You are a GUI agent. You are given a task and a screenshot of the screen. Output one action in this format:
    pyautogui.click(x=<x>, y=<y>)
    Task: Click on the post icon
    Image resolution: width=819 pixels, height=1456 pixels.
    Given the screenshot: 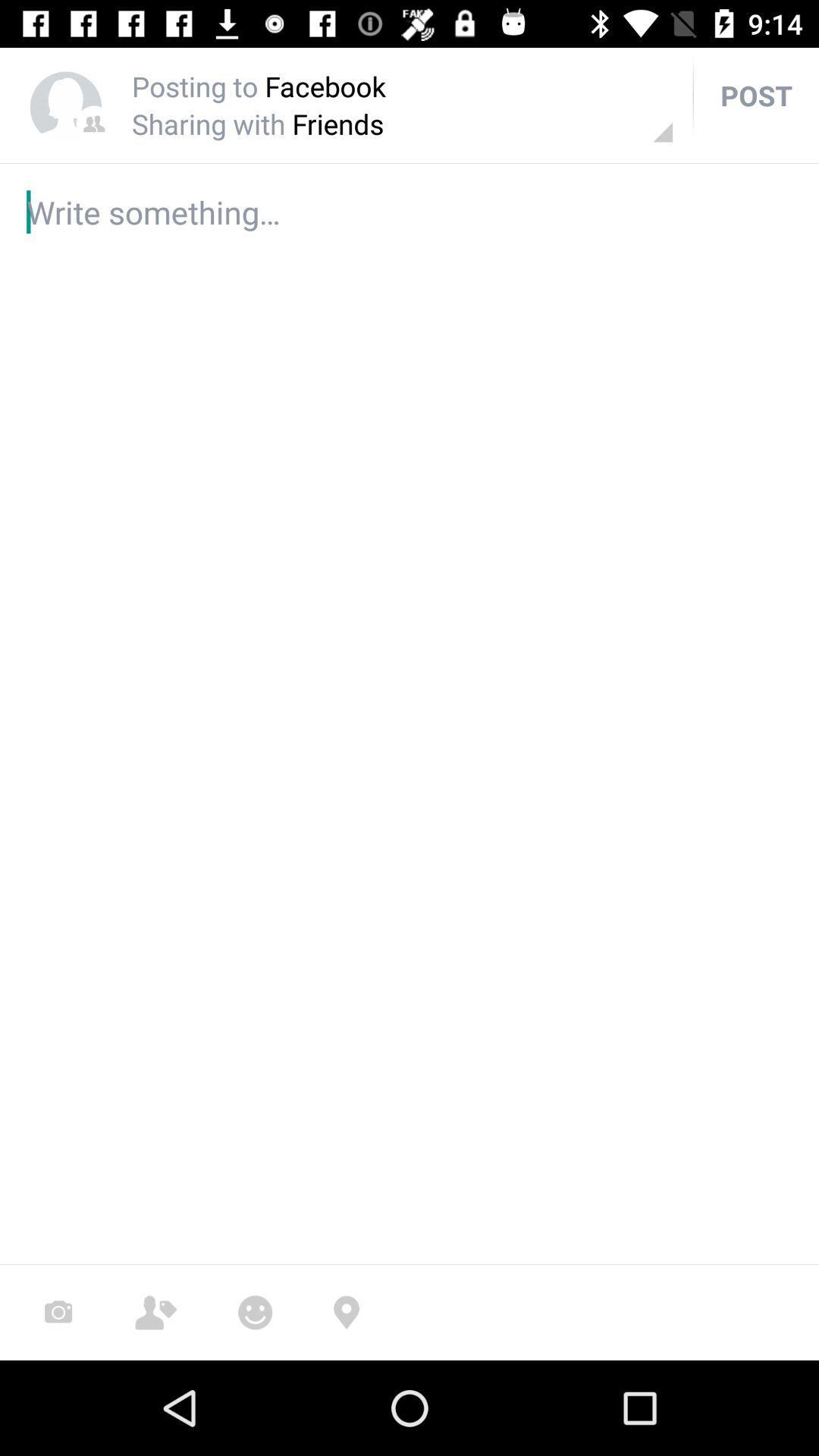 What is the action you would take?
    pyautogui.click(x=756, y=94)
    